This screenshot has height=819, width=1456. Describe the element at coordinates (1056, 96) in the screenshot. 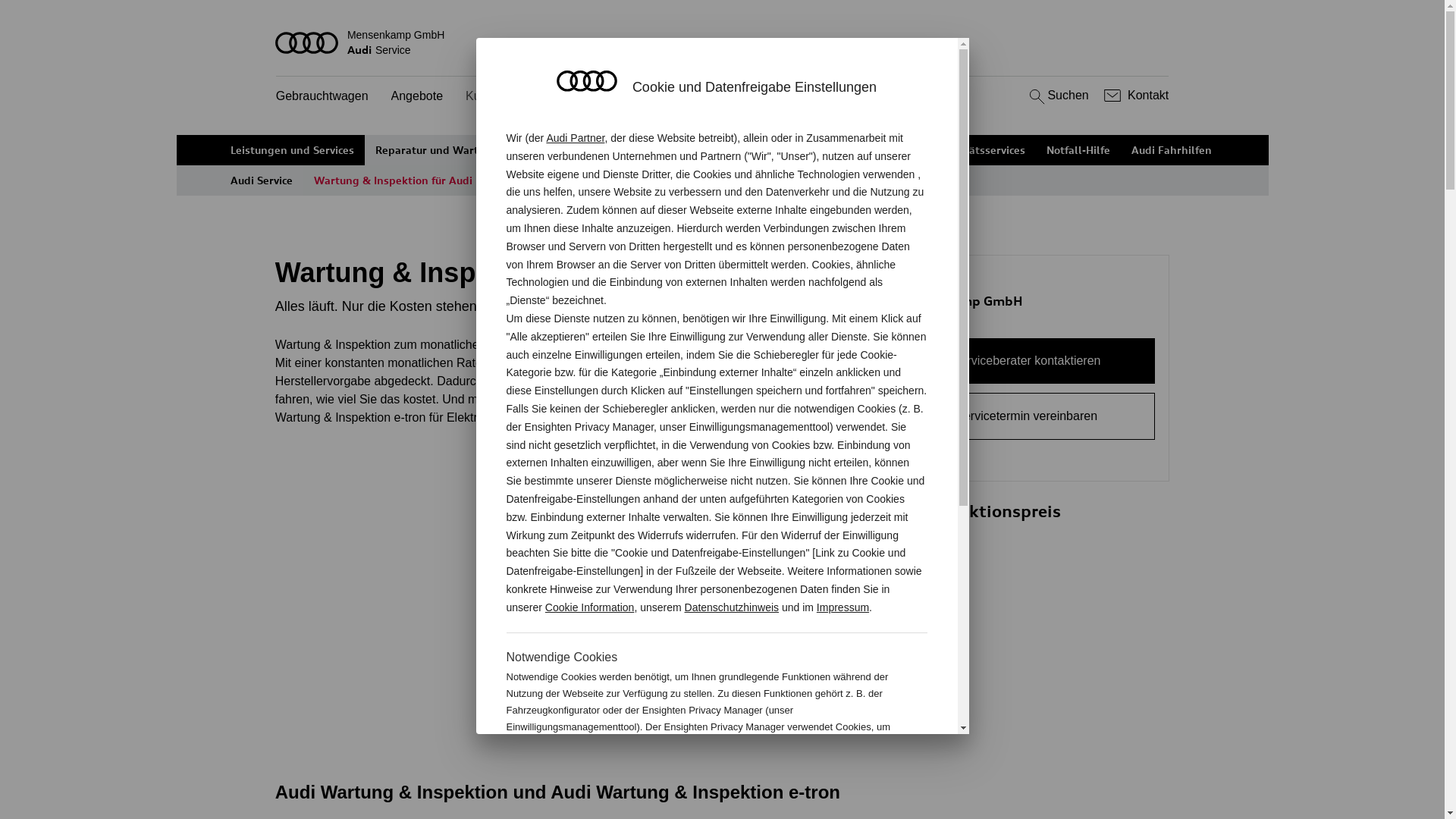

I see `'Suchen'` at that location.